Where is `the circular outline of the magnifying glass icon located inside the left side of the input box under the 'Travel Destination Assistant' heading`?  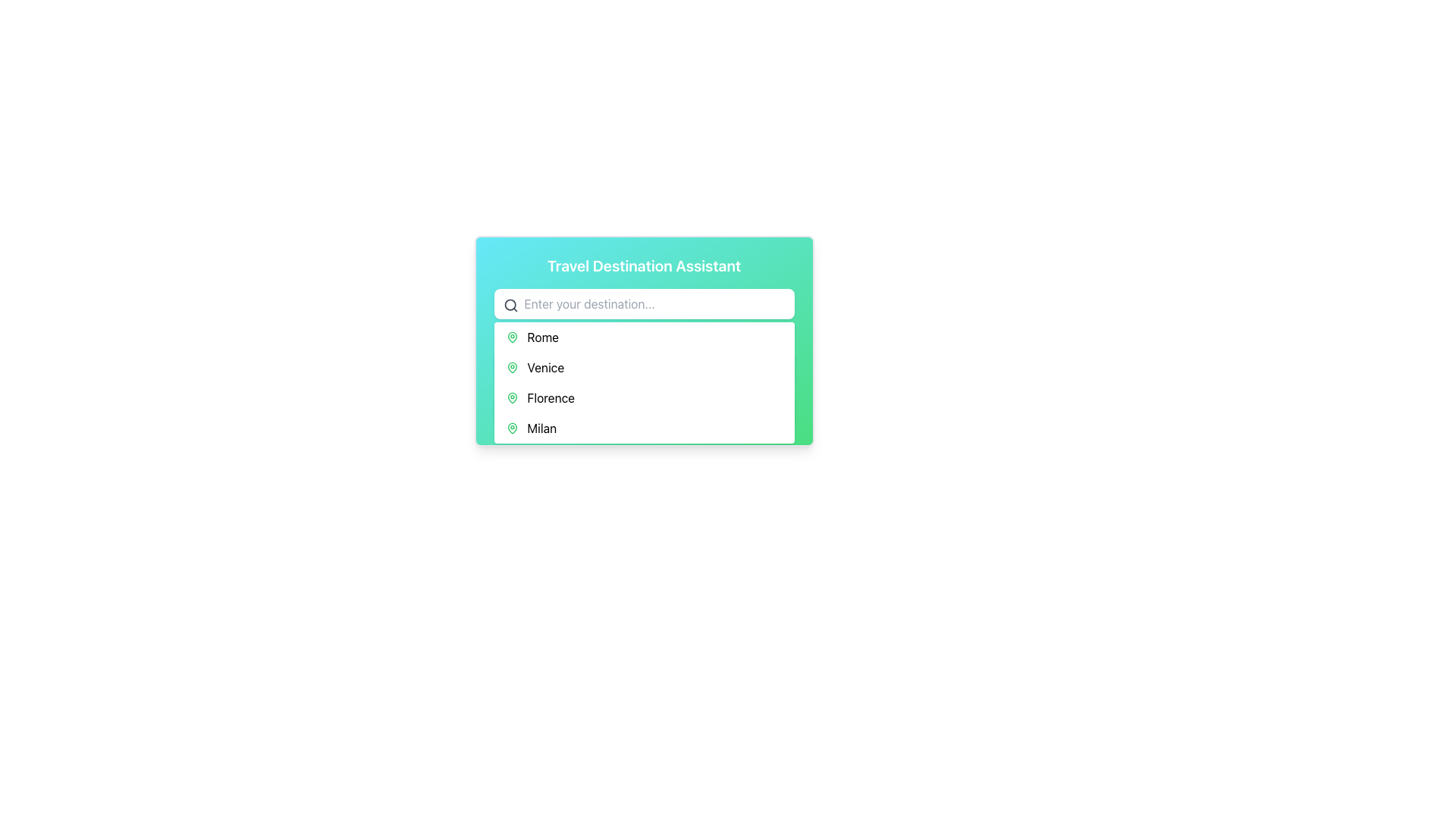 the circular outline of the magnifying glass icon located inside the left side of the input box under the 'Travel Destination Assistant' heading is located at coordinates (510, 305).